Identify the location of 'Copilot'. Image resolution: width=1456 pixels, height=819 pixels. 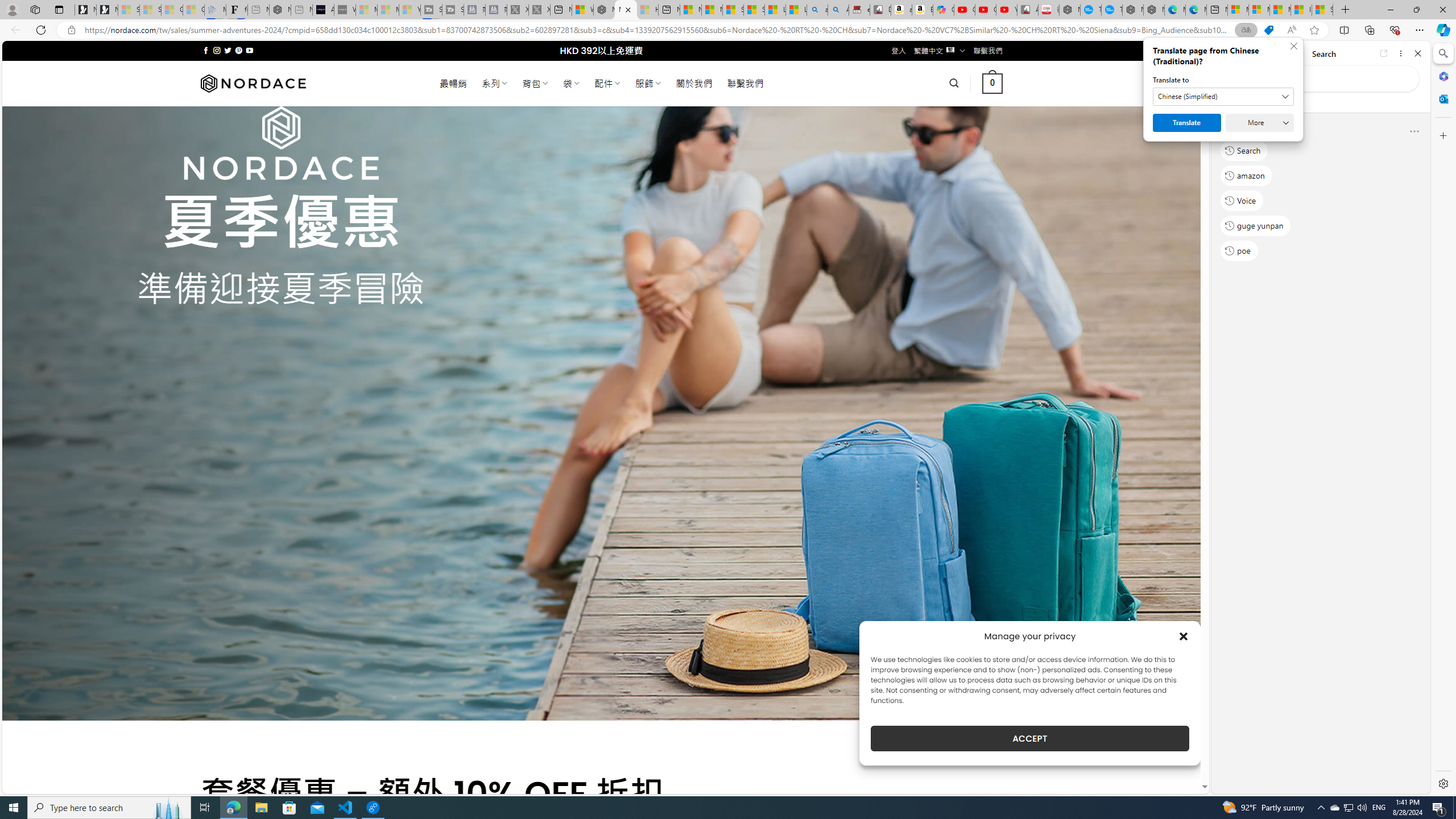
(944, 9).